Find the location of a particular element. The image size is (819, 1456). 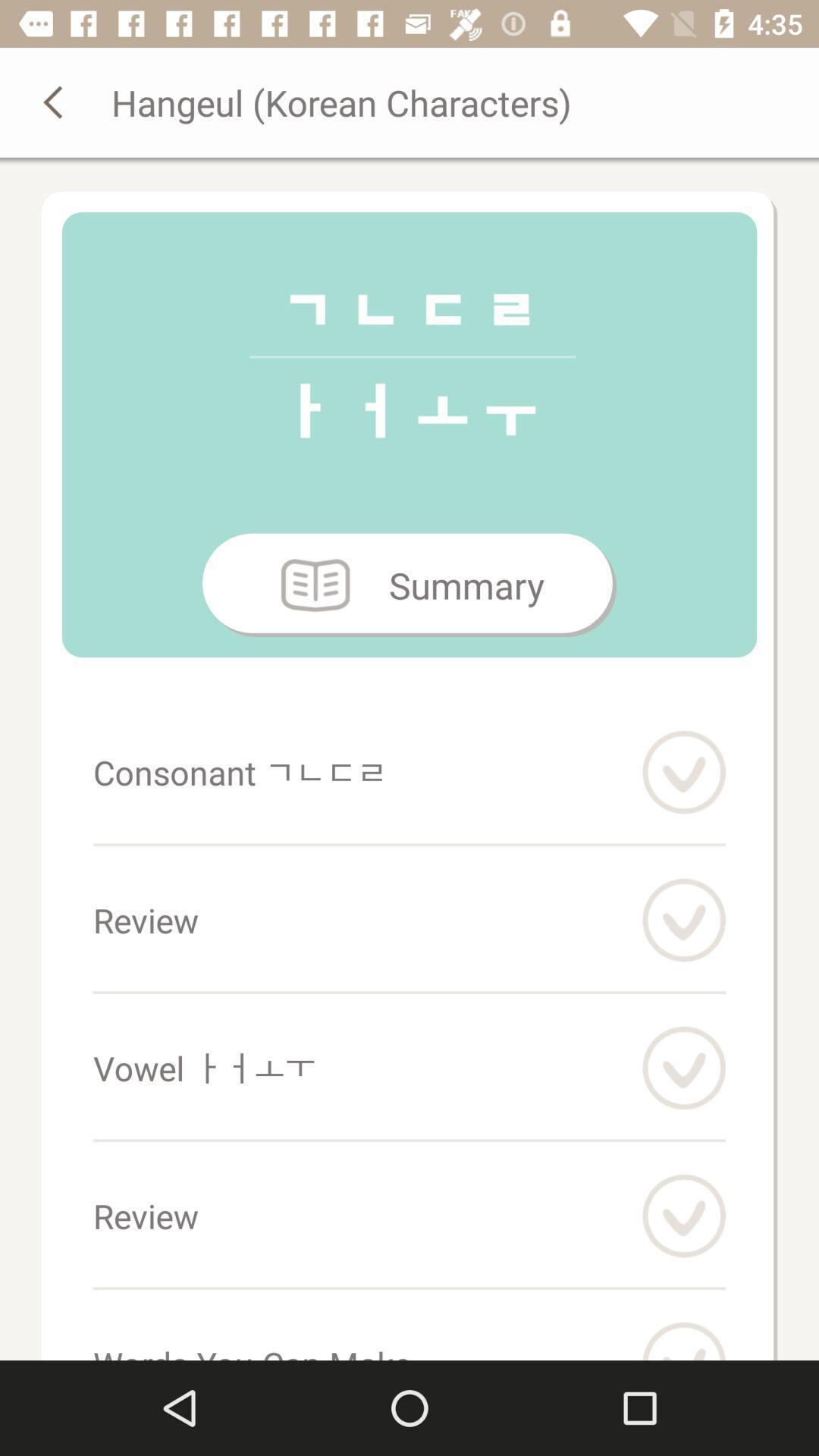

the arrow_backward icon is located at coordinates (55, 101).